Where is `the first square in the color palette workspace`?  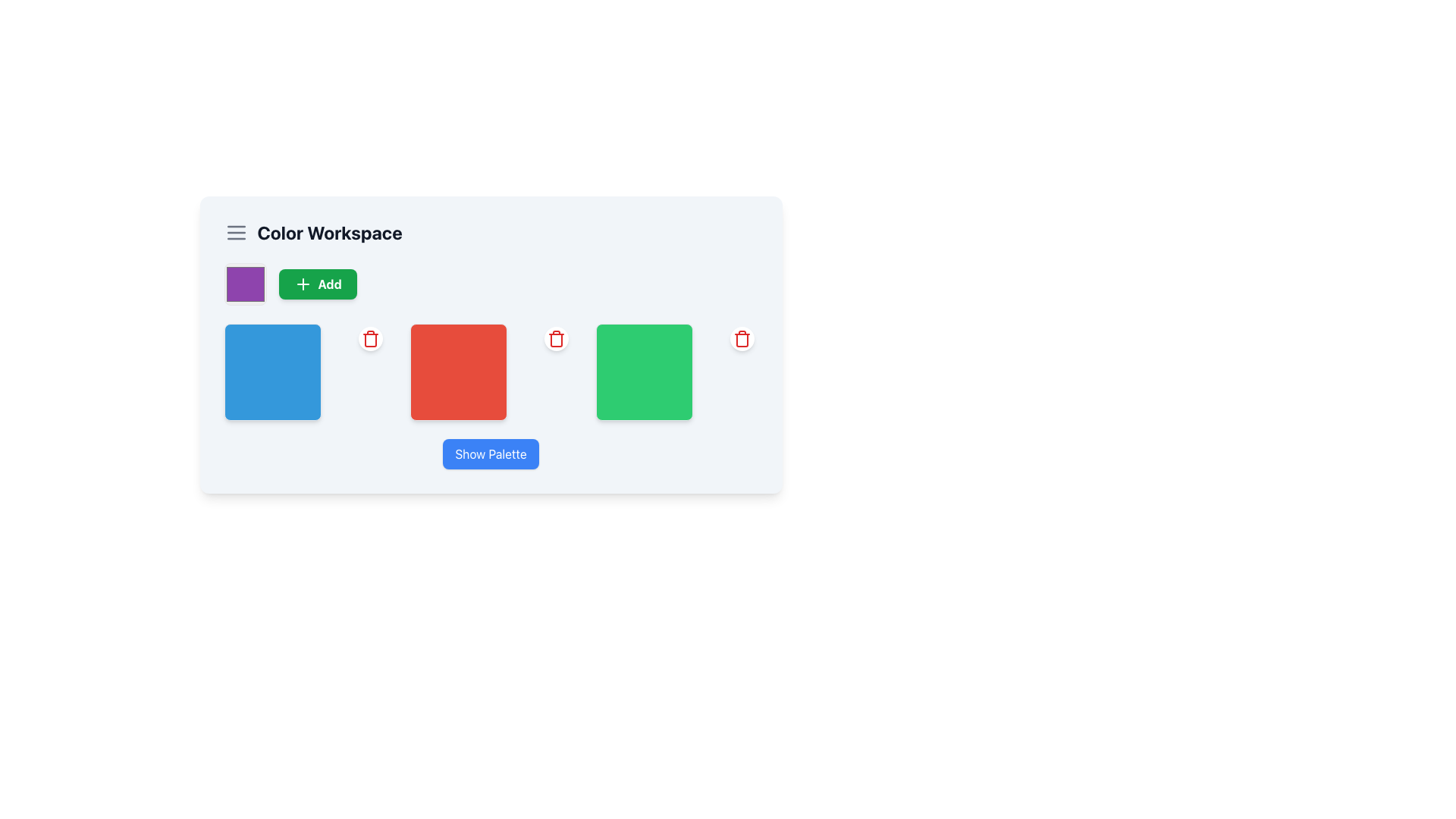
the first square in the color palette workspace is located at coordinates (304, 372).